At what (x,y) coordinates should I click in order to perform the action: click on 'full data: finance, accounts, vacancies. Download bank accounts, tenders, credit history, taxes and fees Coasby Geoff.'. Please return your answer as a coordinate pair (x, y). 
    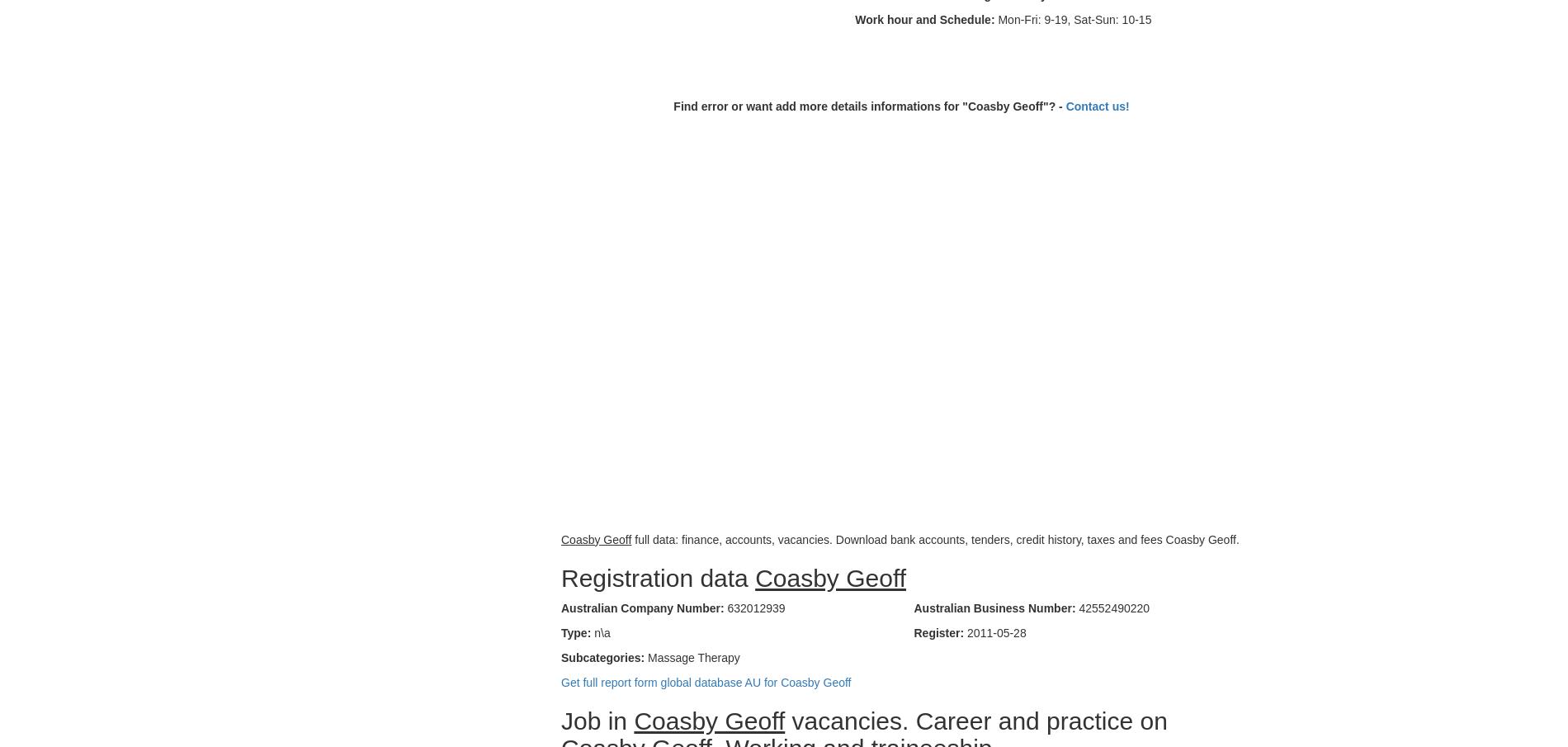
    Looking at the image, I should click on (934, 537).